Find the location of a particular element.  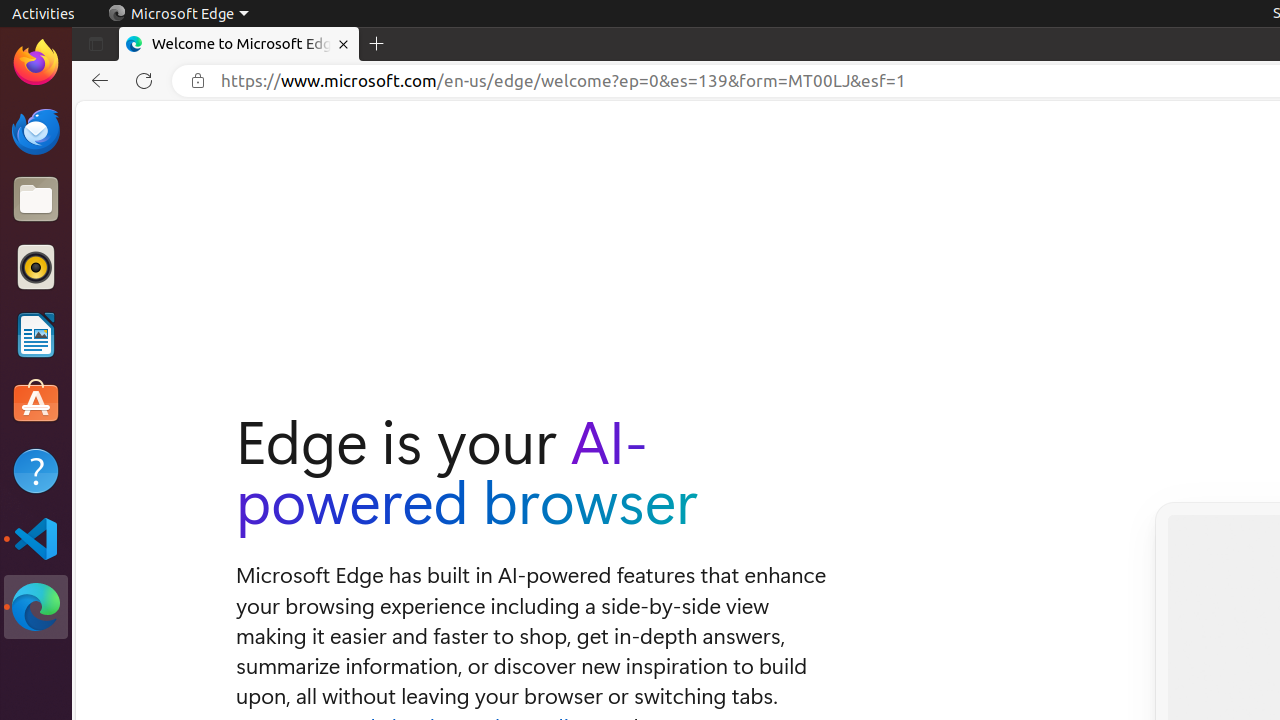

'Refresh' is located at coordinates (143, 80).